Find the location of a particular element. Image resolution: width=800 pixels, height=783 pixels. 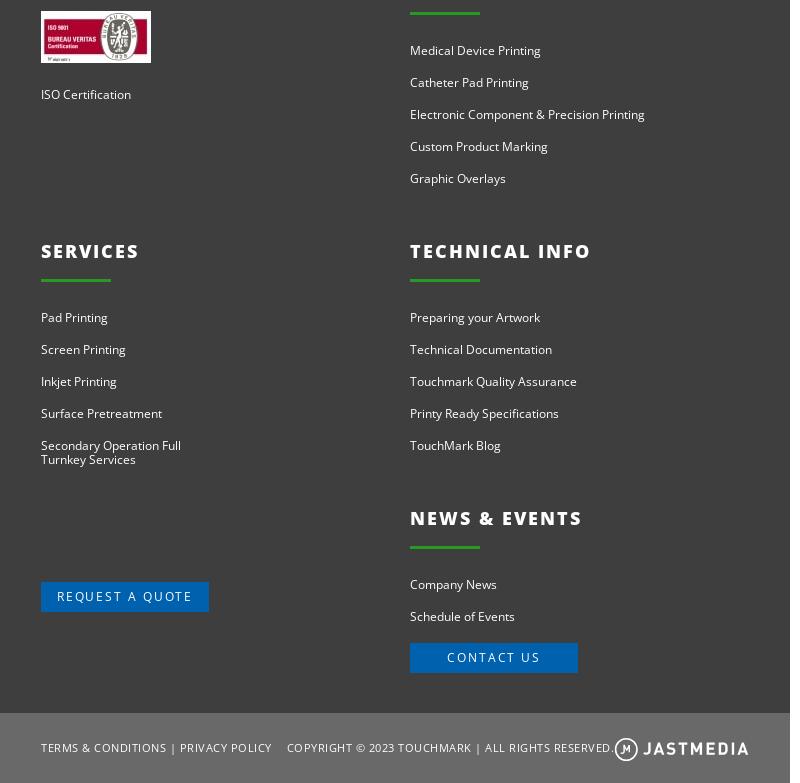

'Screen Printing' is located at coordinates (83, 349).